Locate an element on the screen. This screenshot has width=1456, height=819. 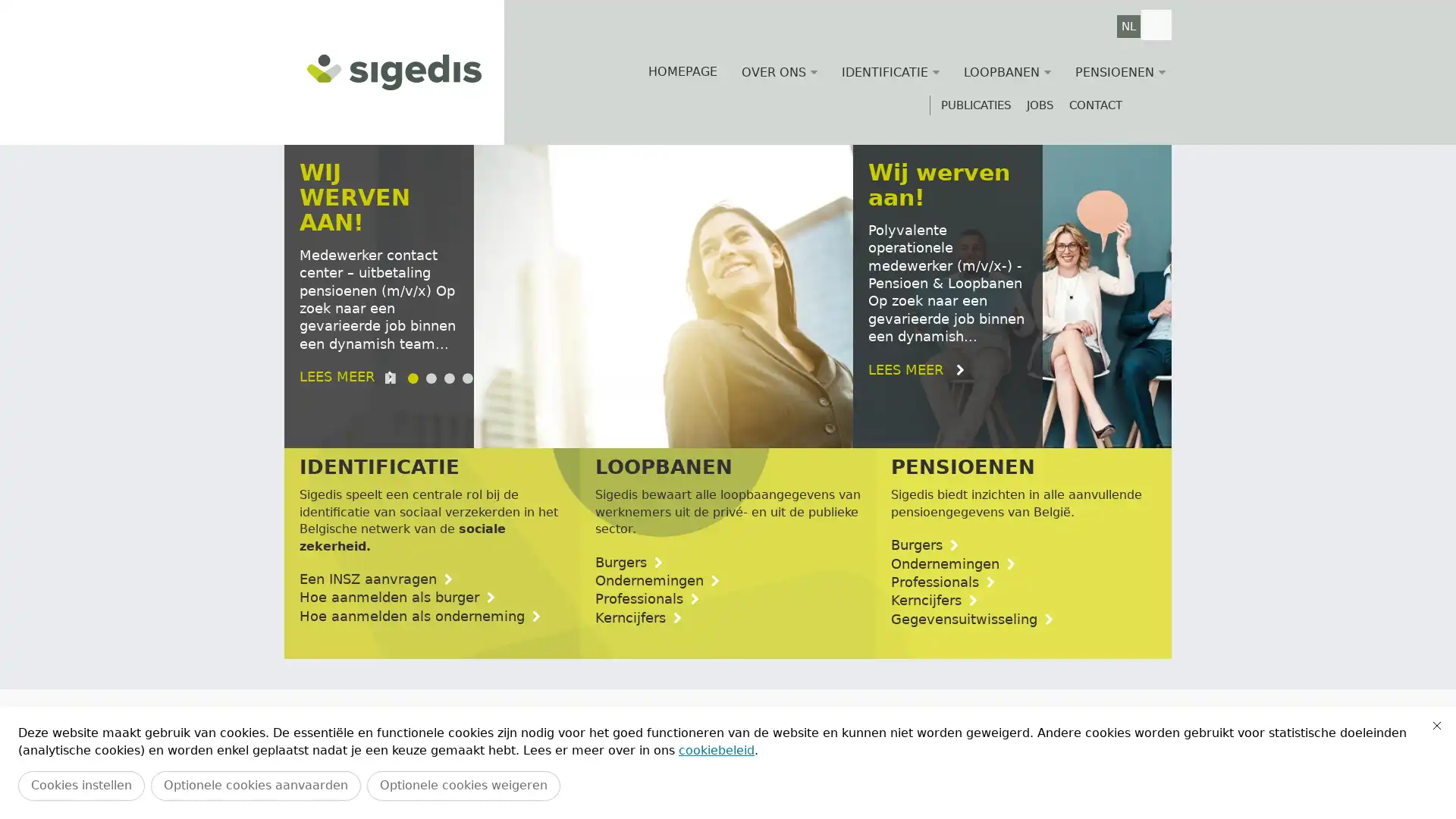
Next is located at coordinates (1133, 772).